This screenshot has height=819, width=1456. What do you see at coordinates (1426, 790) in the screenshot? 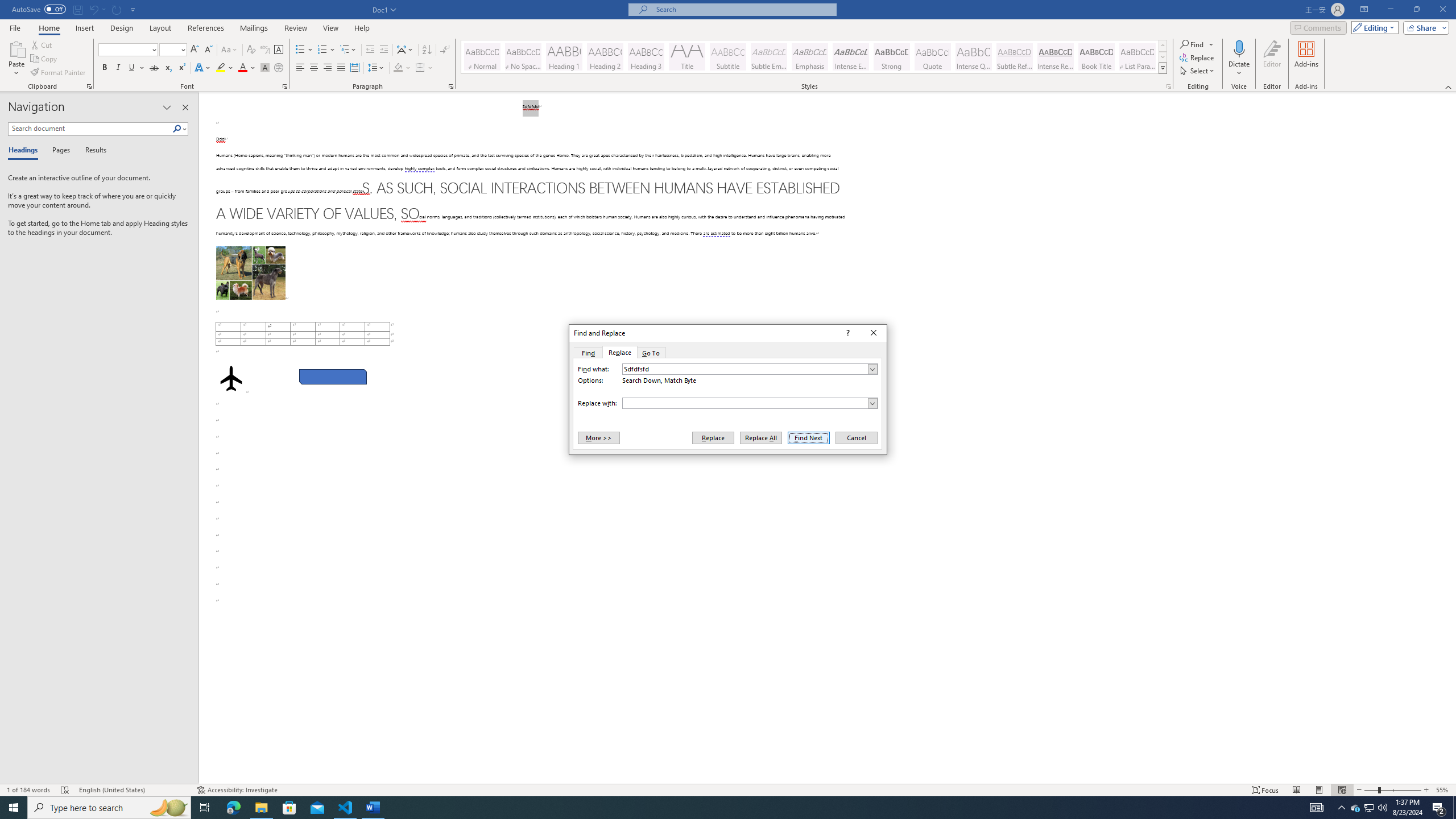
I see `'Zoom In'` at bounding box center [1426, 790].